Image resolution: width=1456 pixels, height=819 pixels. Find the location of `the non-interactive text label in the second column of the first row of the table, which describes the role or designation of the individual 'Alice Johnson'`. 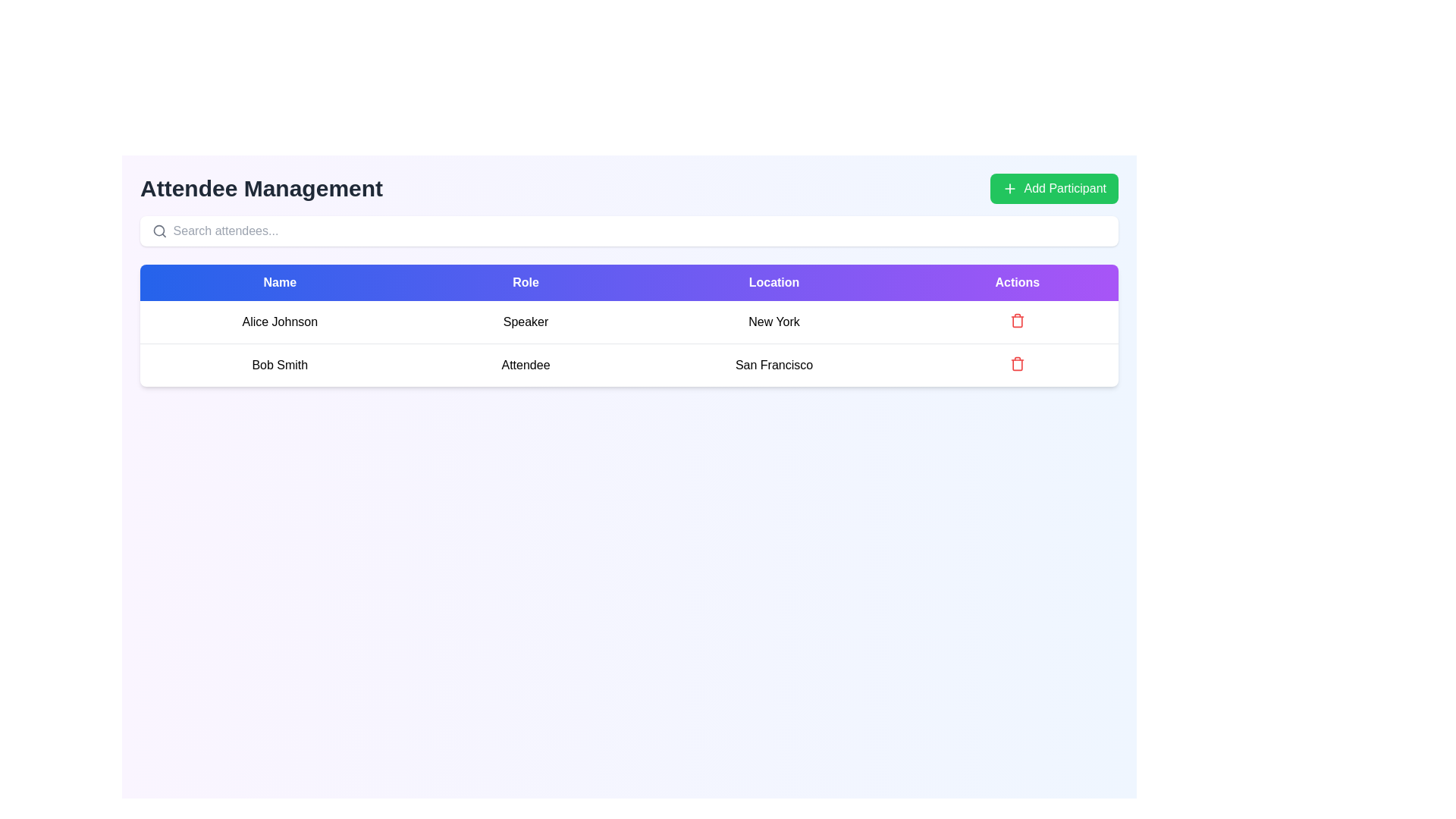

the non-interactive text label in the second column of the first row of the table, which describes the role or designation of the individual 'Alice Johnson' is located at coordinates (526, 322).